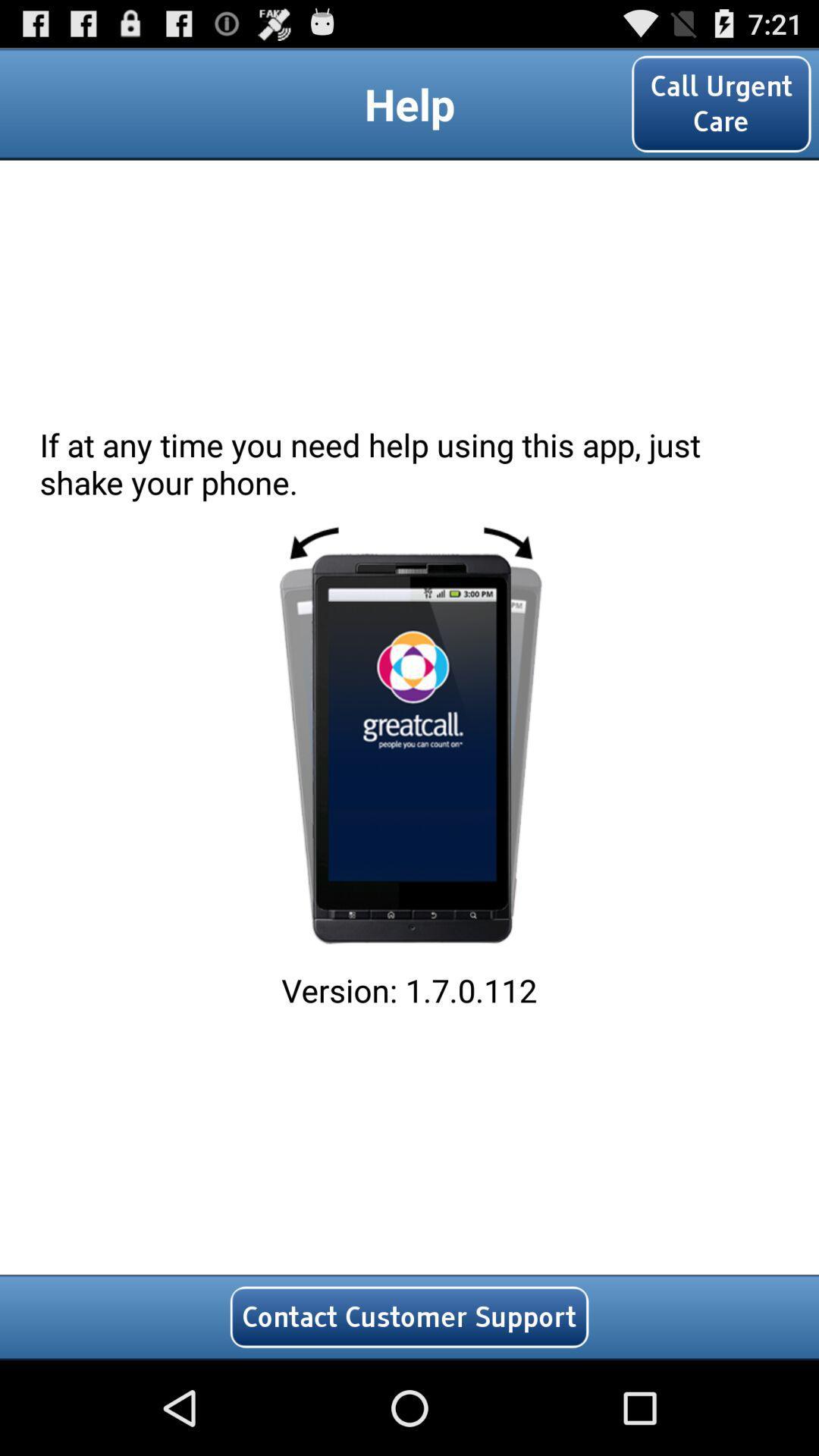 The image size is (819, 1456). Describe the element at coordinates (409, 1316) in the screenshot. I see `the contact customer support icon` at that location.